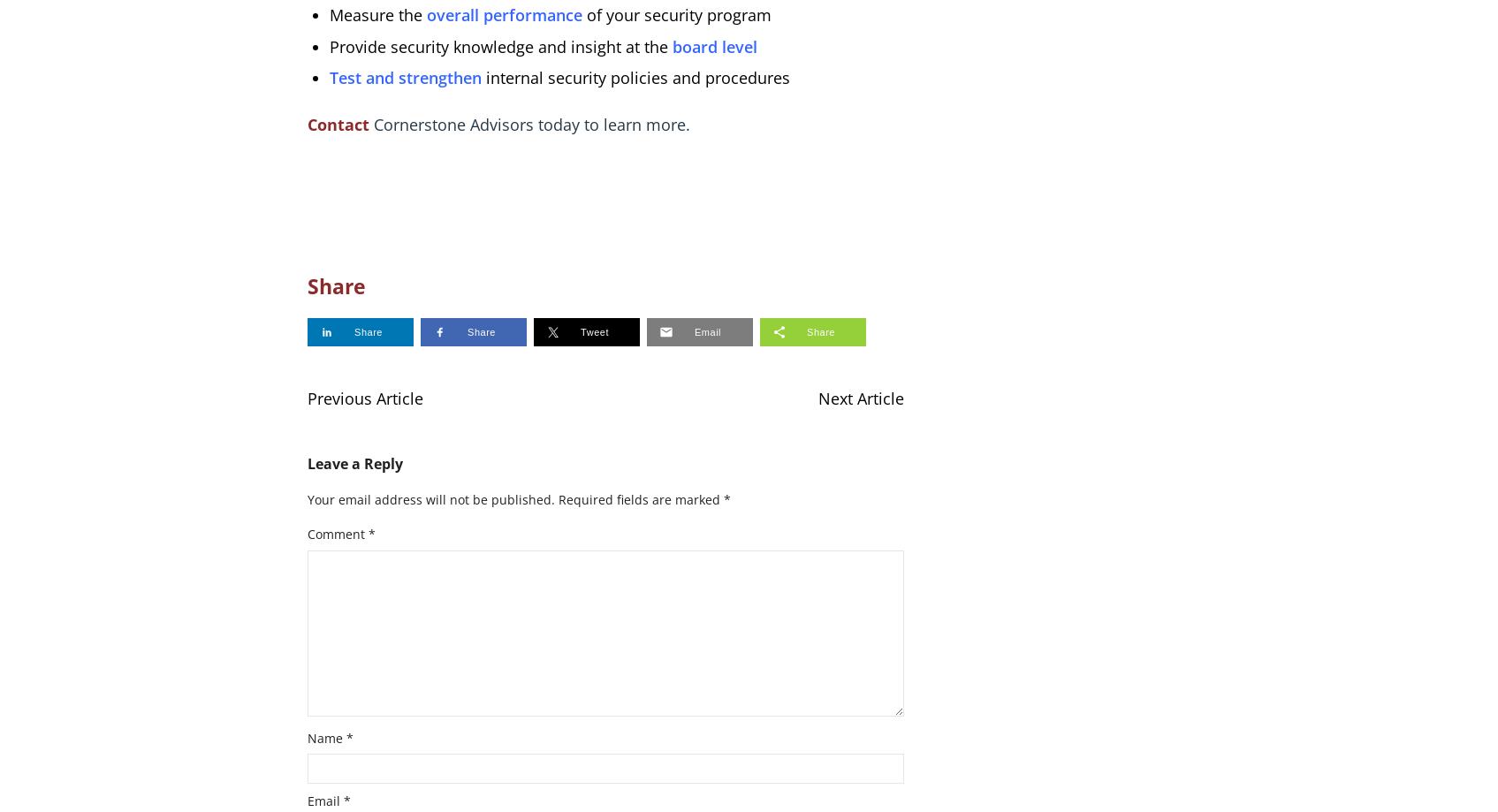 This screenshot has height=812, width=1498. I want to click on 'Required fields are marked', so click(639, 498).